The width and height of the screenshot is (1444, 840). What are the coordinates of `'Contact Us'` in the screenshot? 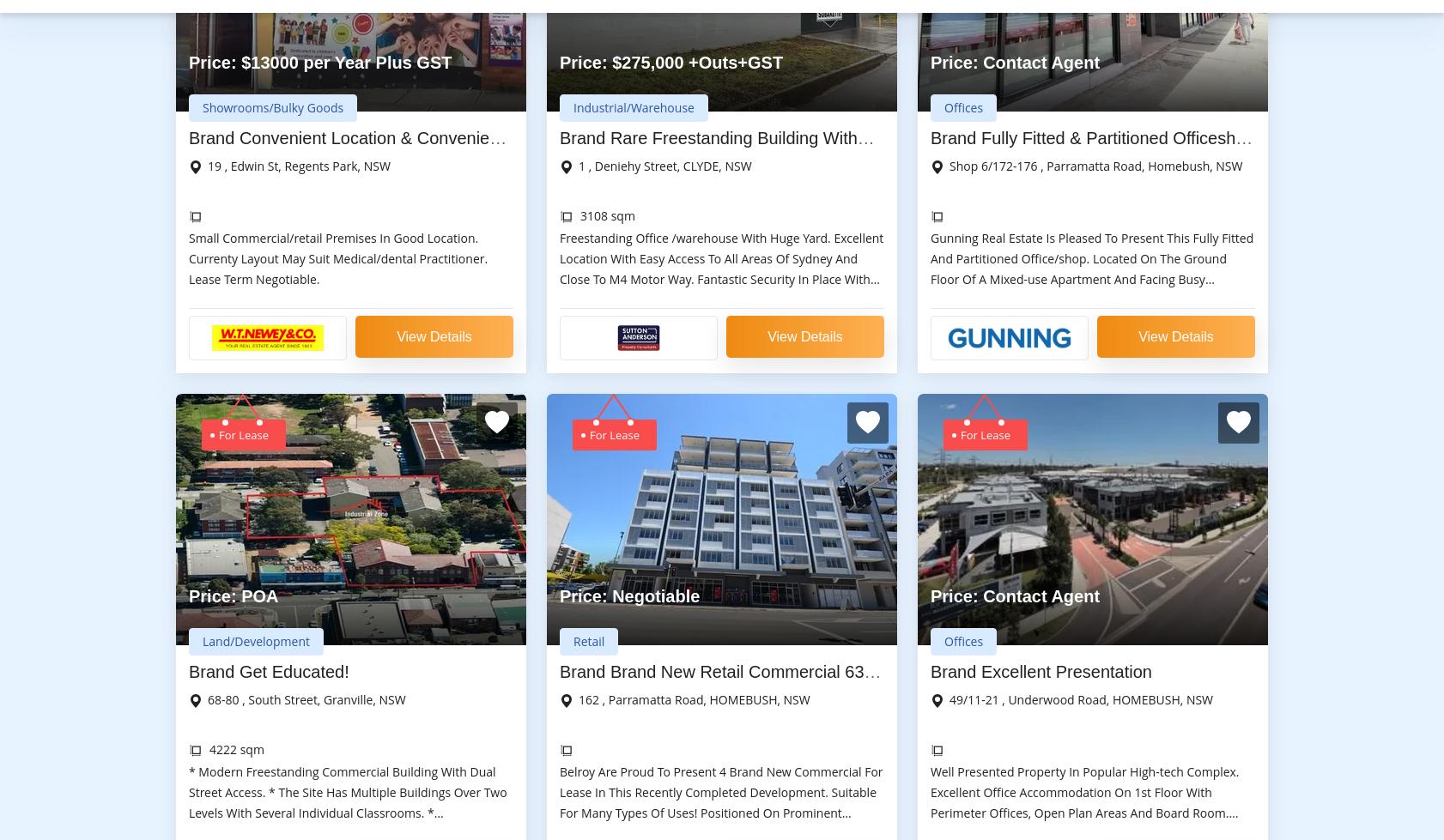 It's located at (1198, 248).